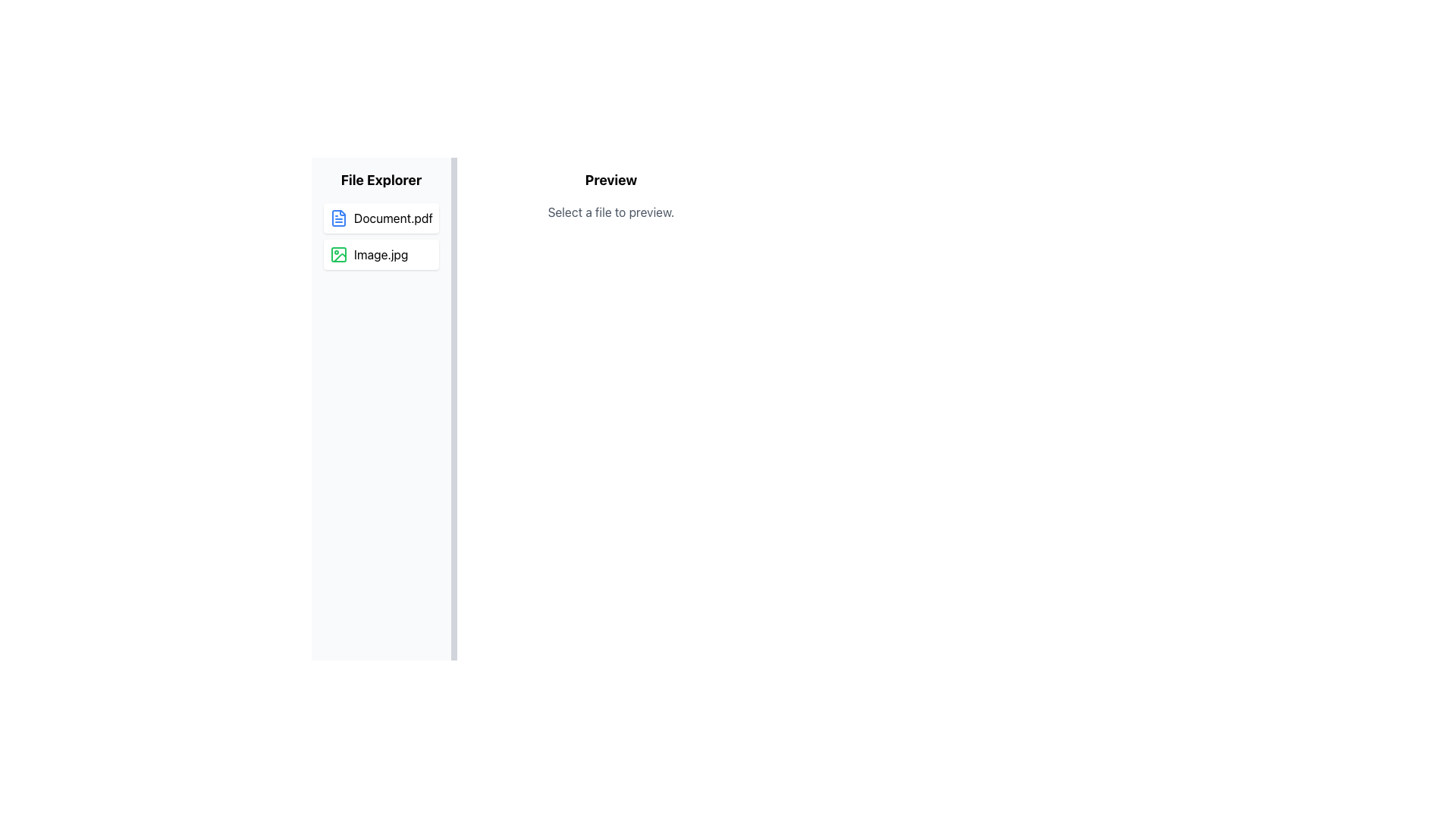  Describe the element at coordinates (337, 253) in the screenshot. I see `the decorative or status indicator icon for 'Image.jpg' located to the left of the item's label text in the file list` at that location.